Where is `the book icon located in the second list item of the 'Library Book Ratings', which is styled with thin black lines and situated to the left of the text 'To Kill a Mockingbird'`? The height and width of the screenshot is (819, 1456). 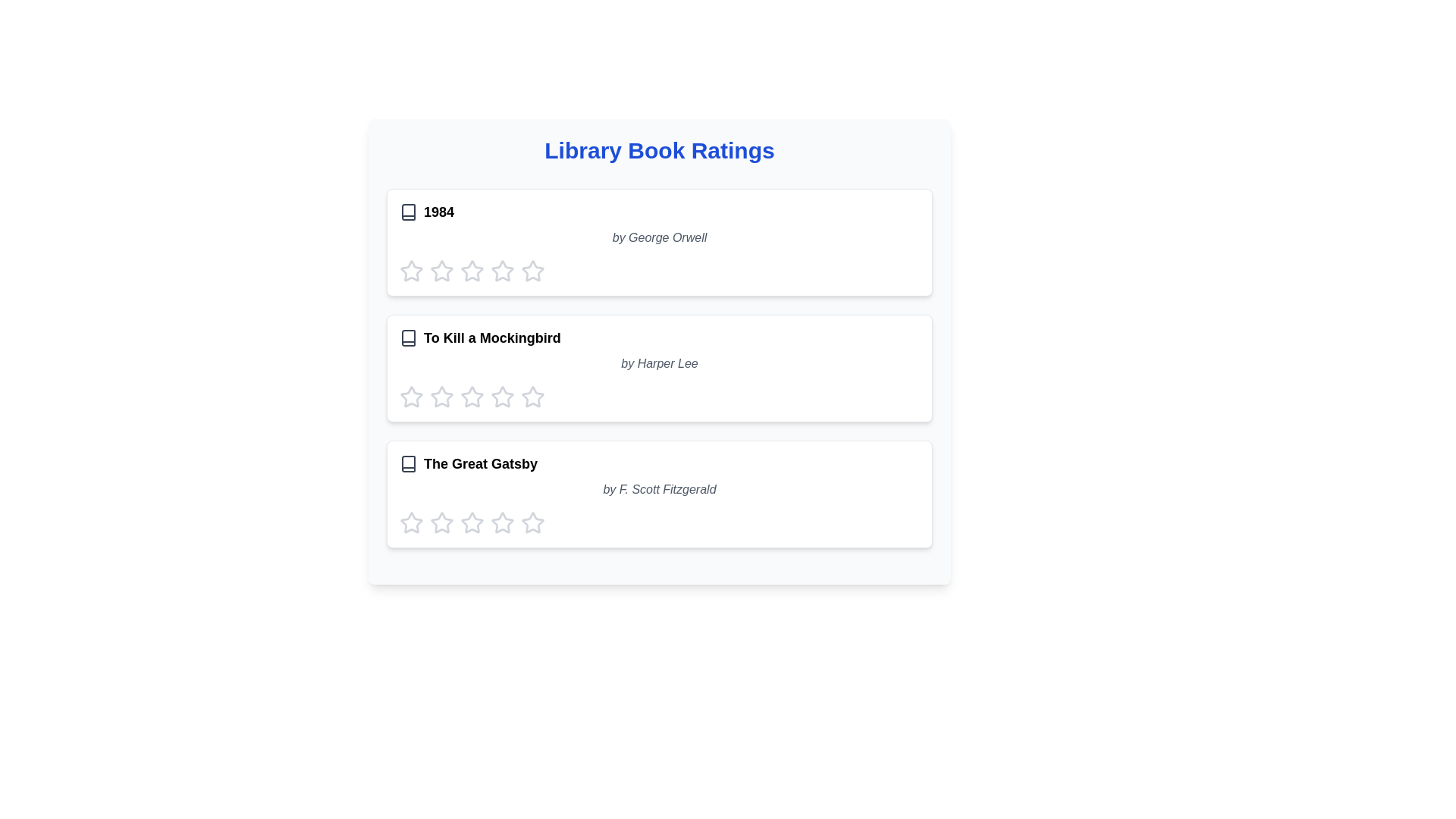
the book icon located in the second list item of the 'Library Book Ratings', which is styled with thin black lines and situated to the left of the text 'To Kill a Mockingbird' is located at coordinates (408, 337).